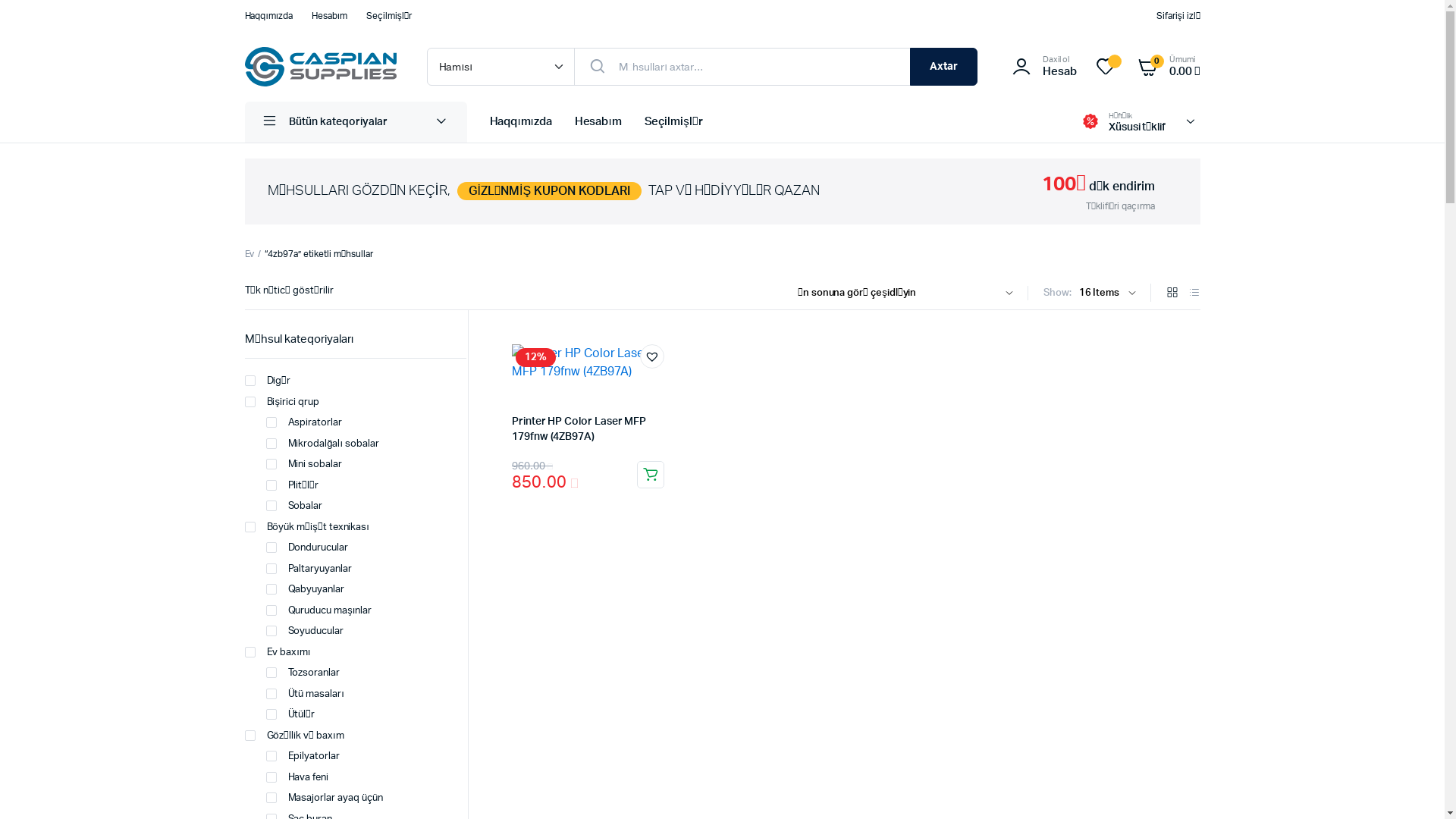 This screenshot has width=1456, height=819. I want to click on 'Tozsoranlar', so click(302, 672).